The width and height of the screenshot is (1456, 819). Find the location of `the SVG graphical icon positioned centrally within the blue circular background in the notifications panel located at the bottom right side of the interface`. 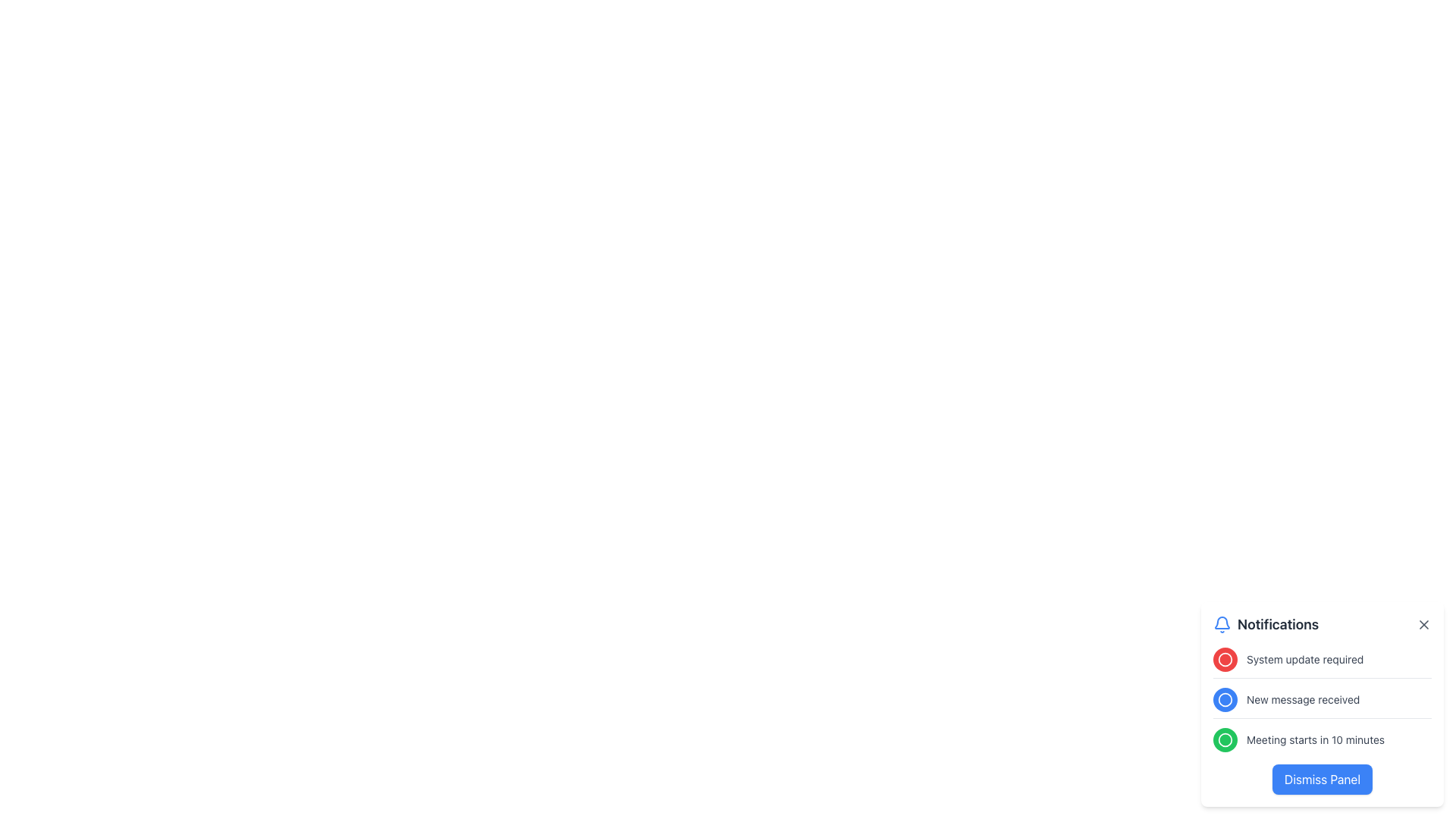

the SVG graphical icon positioned centrally within the blue circular background in the notifications panel located at the bottom right side of the interface is located at coordinates (1225, 699).